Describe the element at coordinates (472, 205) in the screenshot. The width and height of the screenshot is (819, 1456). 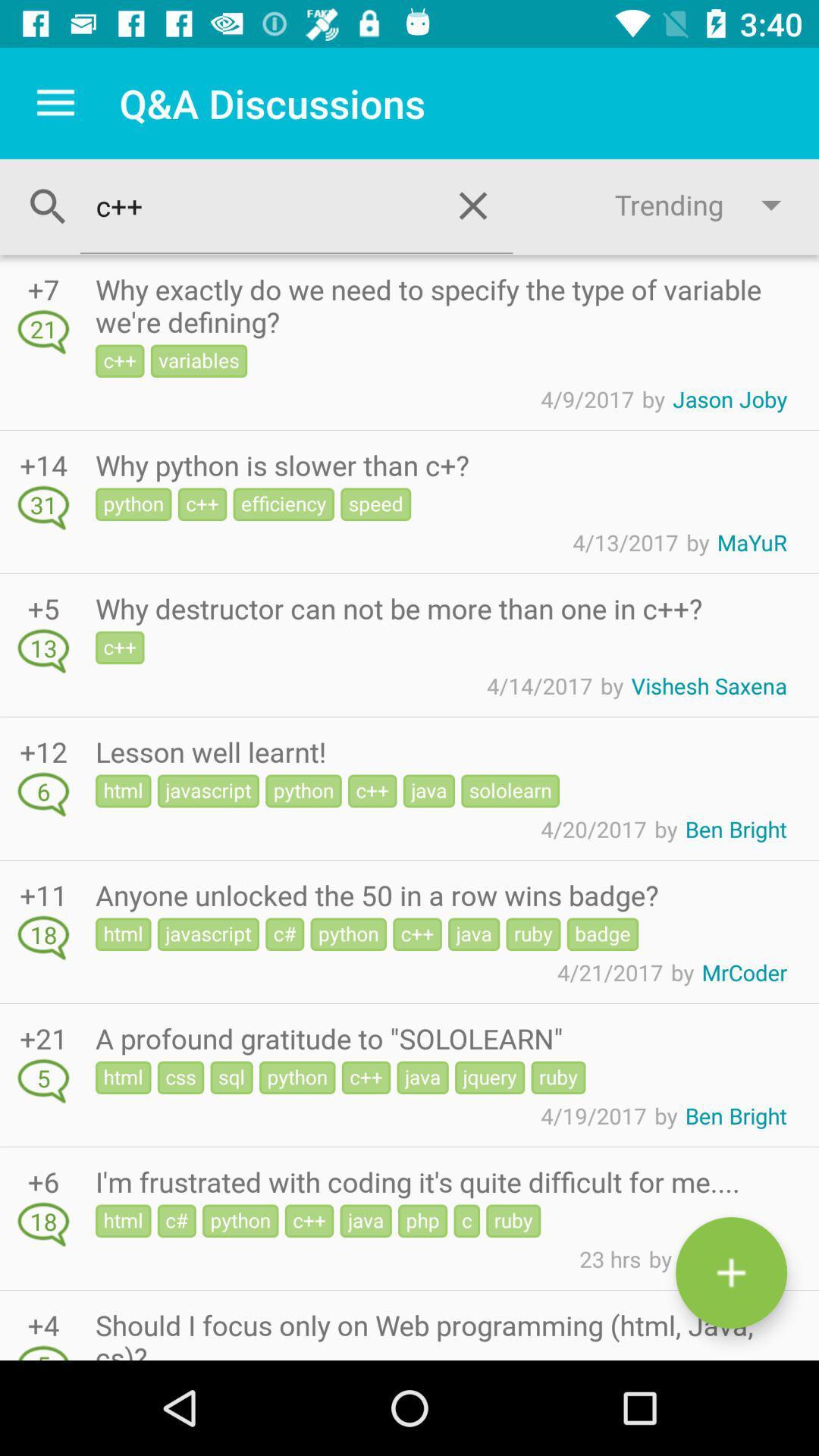
I see `the close icon` at that location.